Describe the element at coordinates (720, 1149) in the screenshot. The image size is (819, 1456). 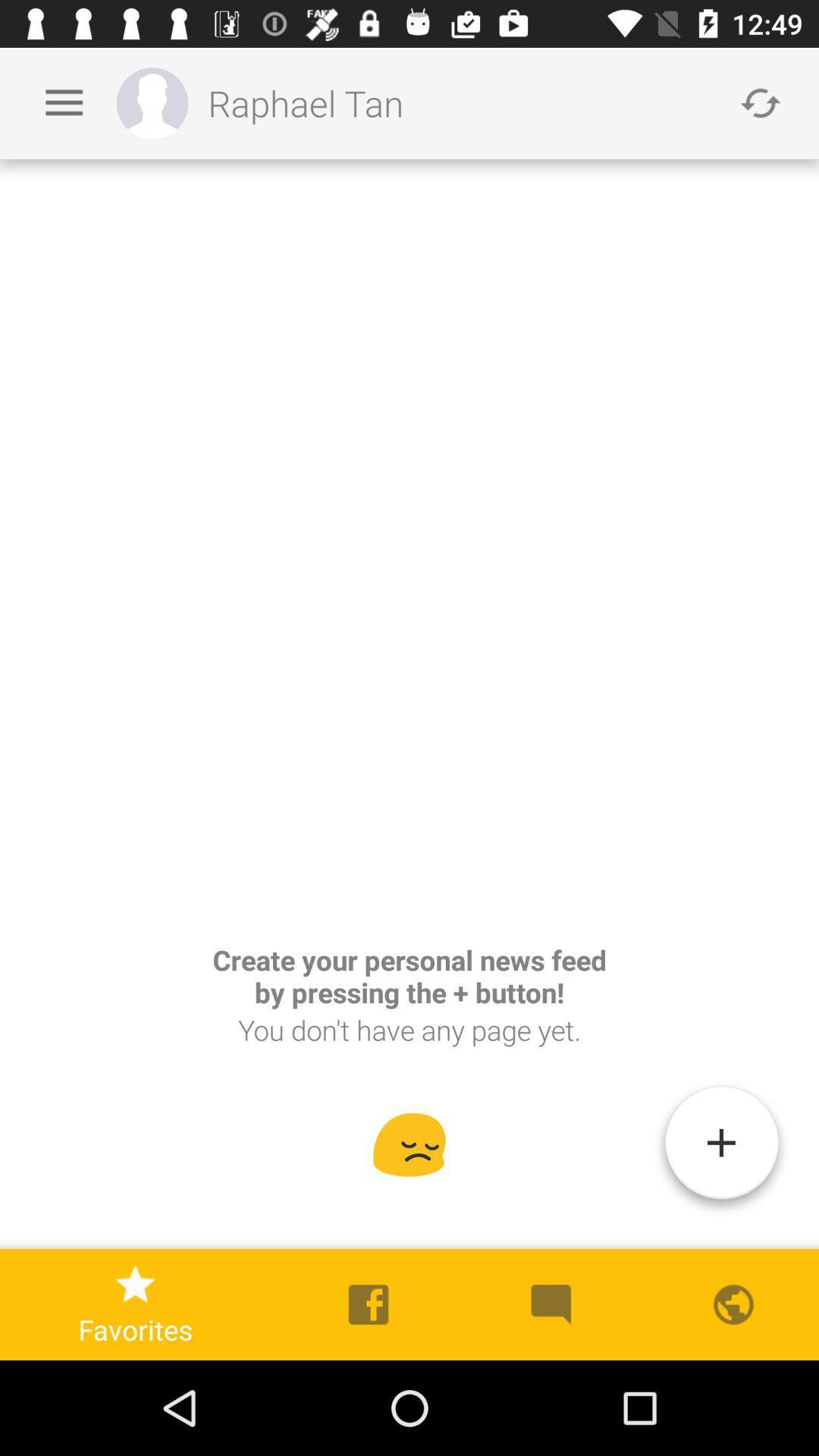
I see `the add icon` at that location.